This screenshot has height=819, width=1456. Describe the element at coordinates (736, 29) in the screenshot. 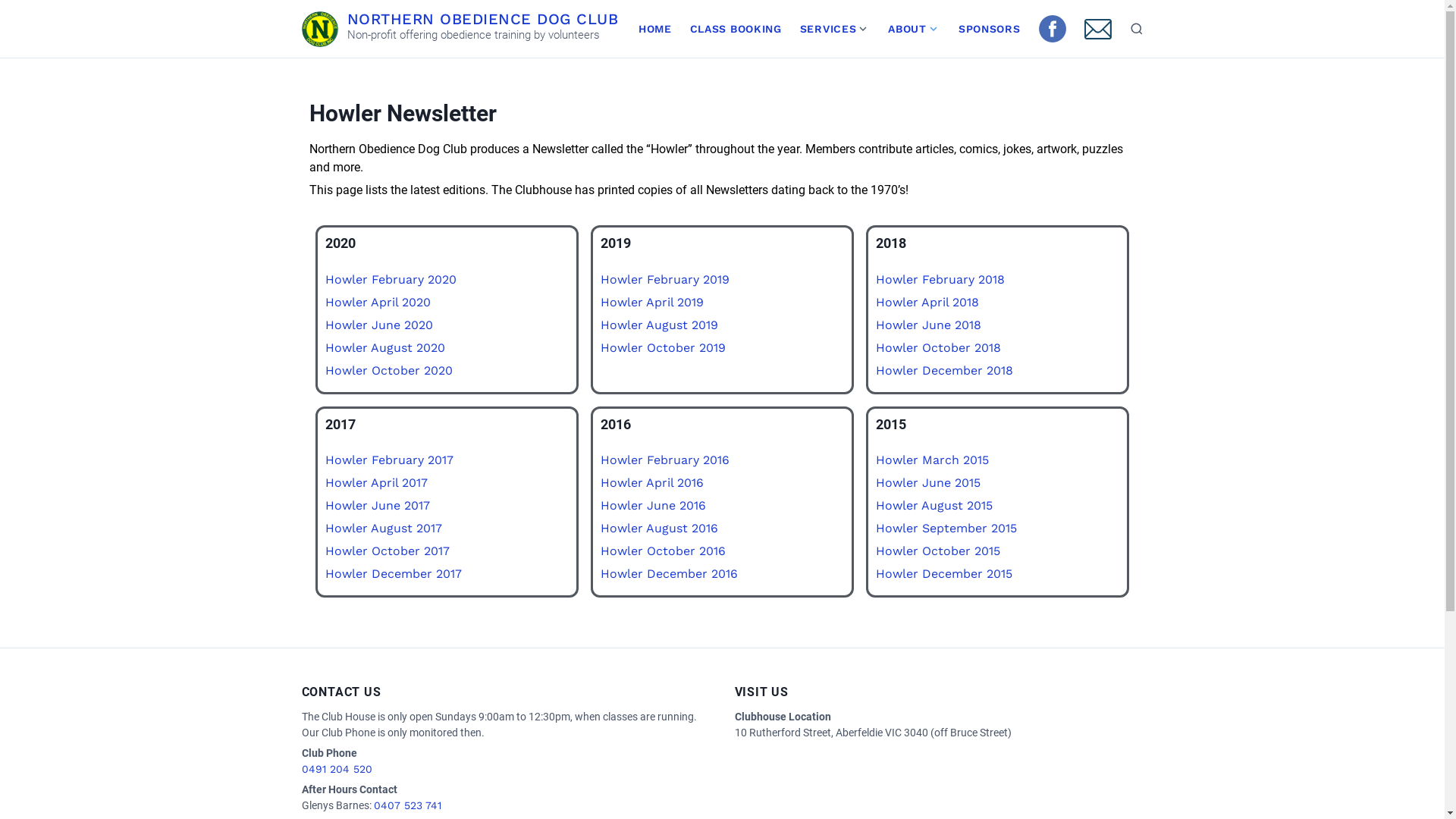

I see `'CLASS BOOKING'` at that location.